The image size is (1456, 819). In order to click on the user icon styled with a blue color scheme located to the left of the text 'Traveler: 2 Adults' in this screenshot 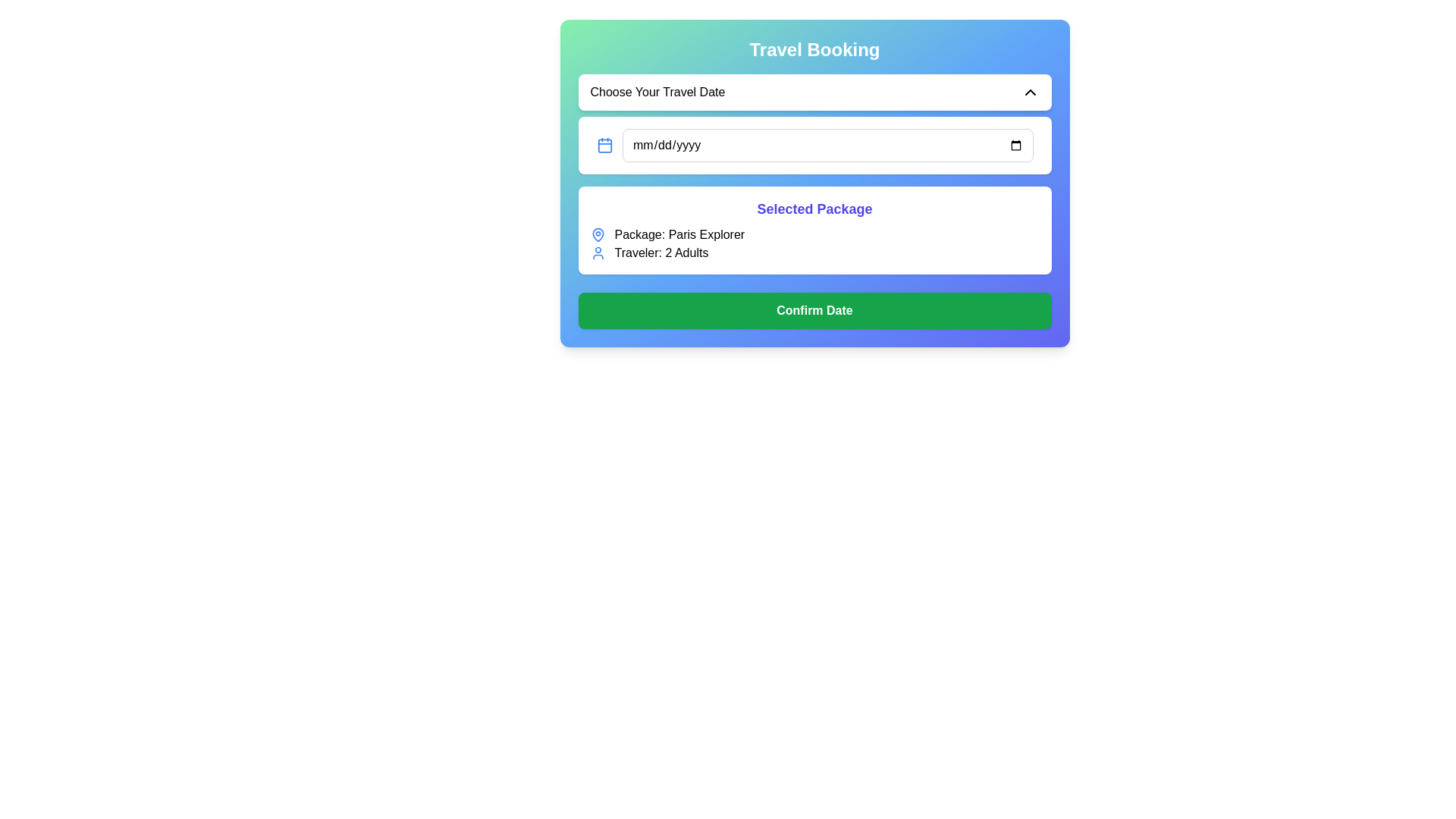, I will do `click(597, 253)`.